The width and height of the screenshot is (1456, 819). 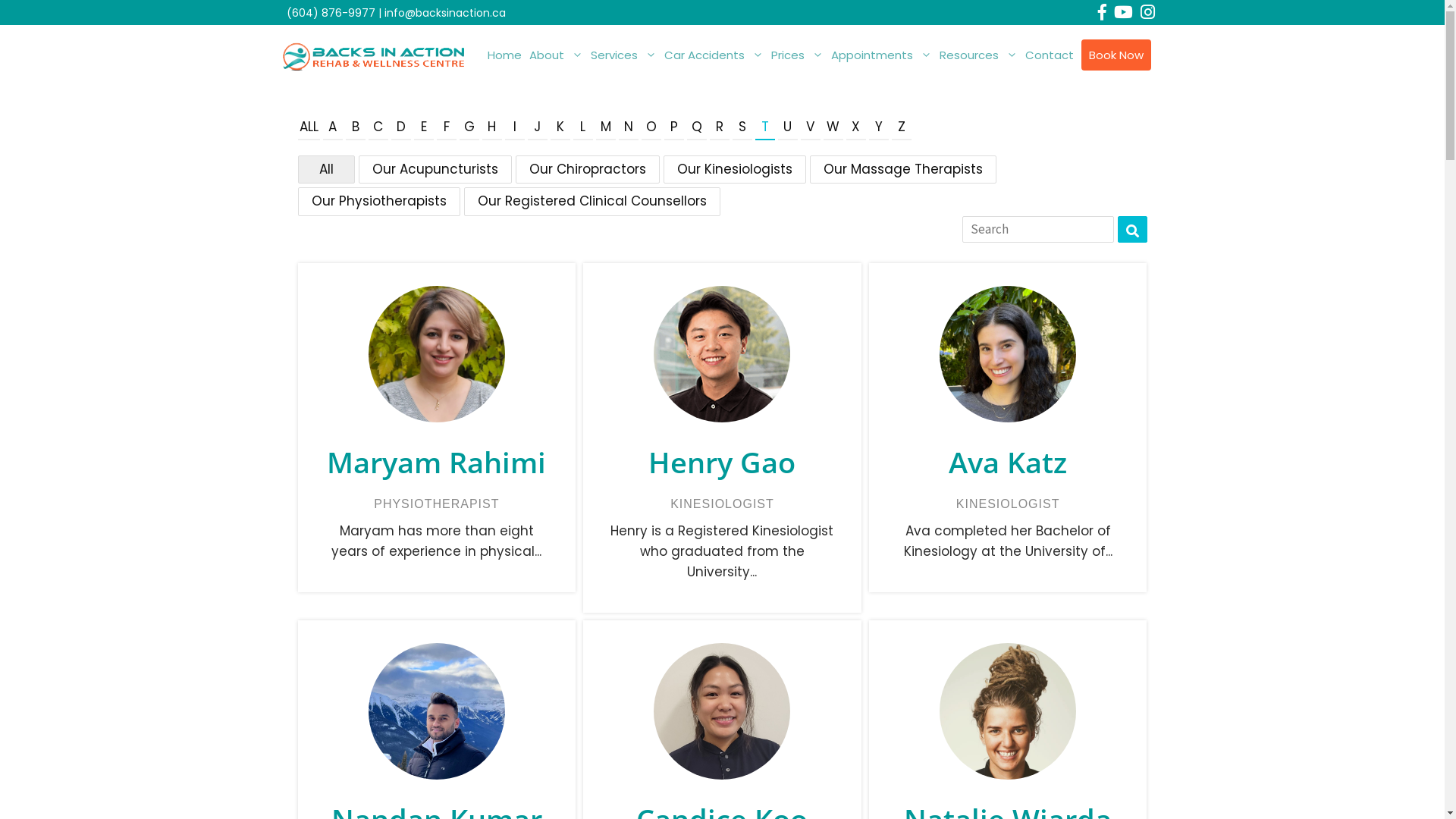 What do you see at coordinates (673, 127) in the screenshot?
I see `'P'` at bounding box center [673, 127].